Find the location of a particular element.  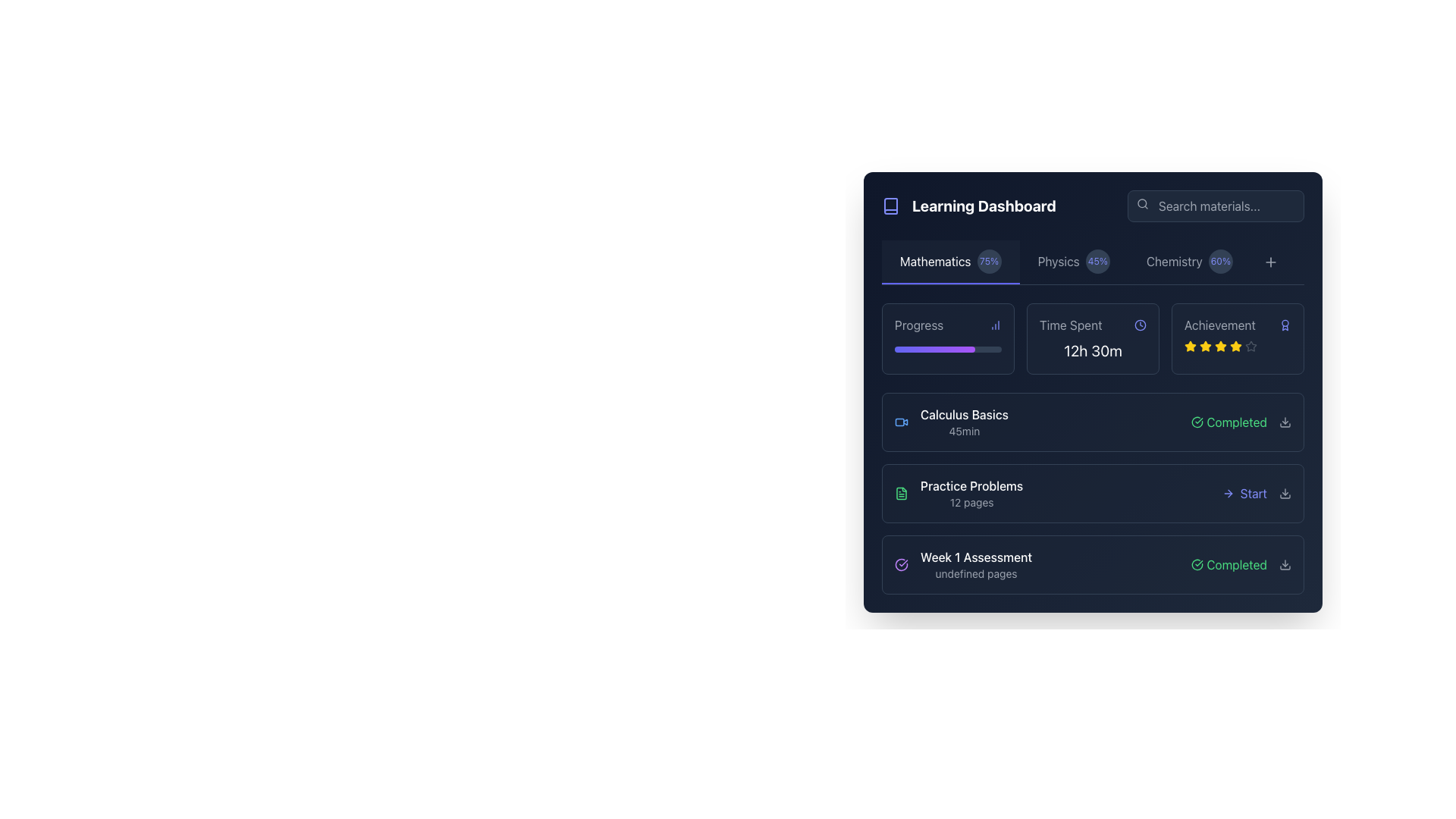

the progress percentage (60%) for the 'Chemistry' subject by interacting with the text label inside the circular progress indicator on the Learning Dashboard is located at coordinates (1220, 260).